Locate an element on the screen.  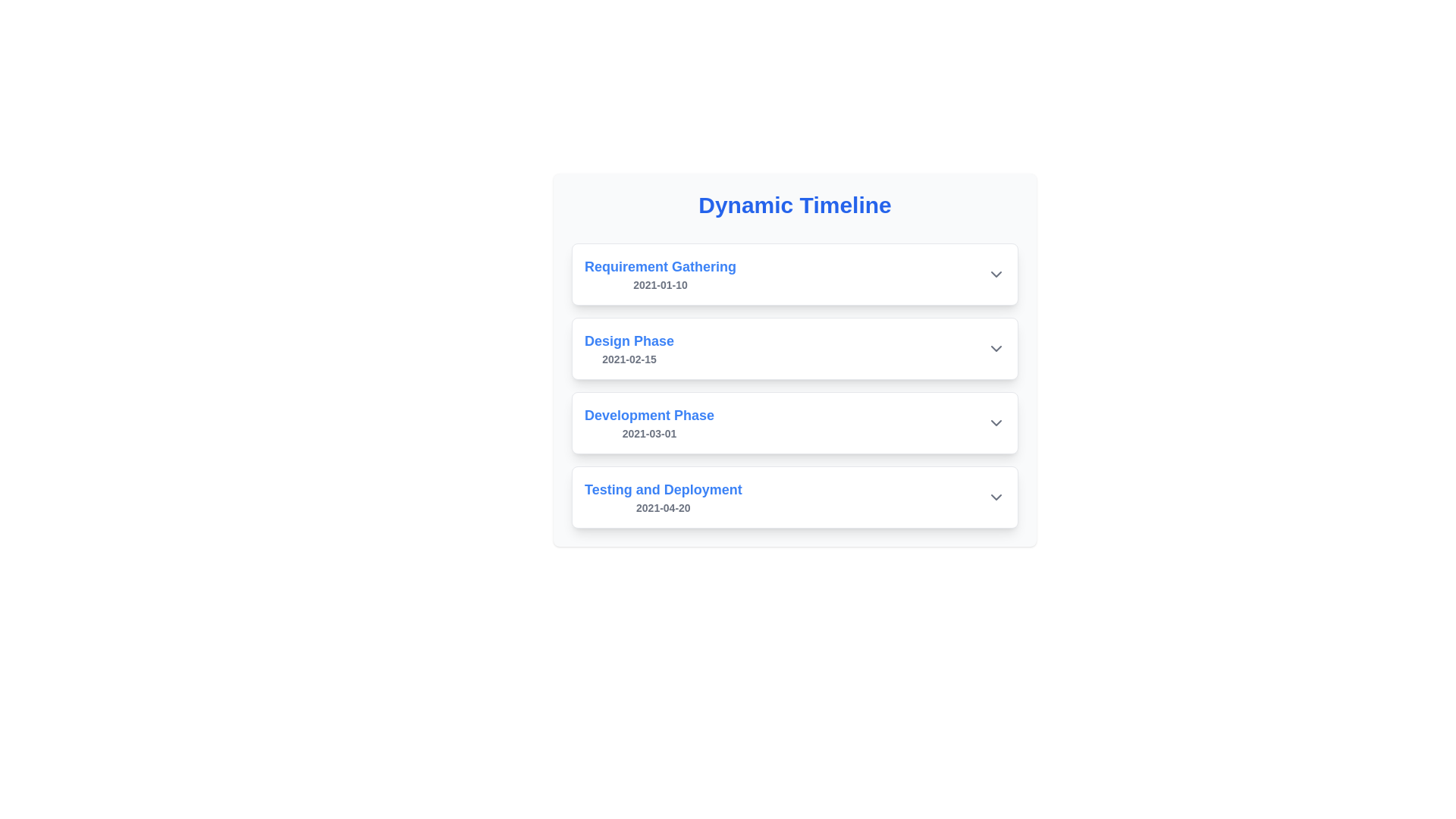
the downward-pointing gray chevron icon located at the rightmost side of the section header labeled 'Requirement Gathering 2021-01-10' is located at coordinates (996, 275).